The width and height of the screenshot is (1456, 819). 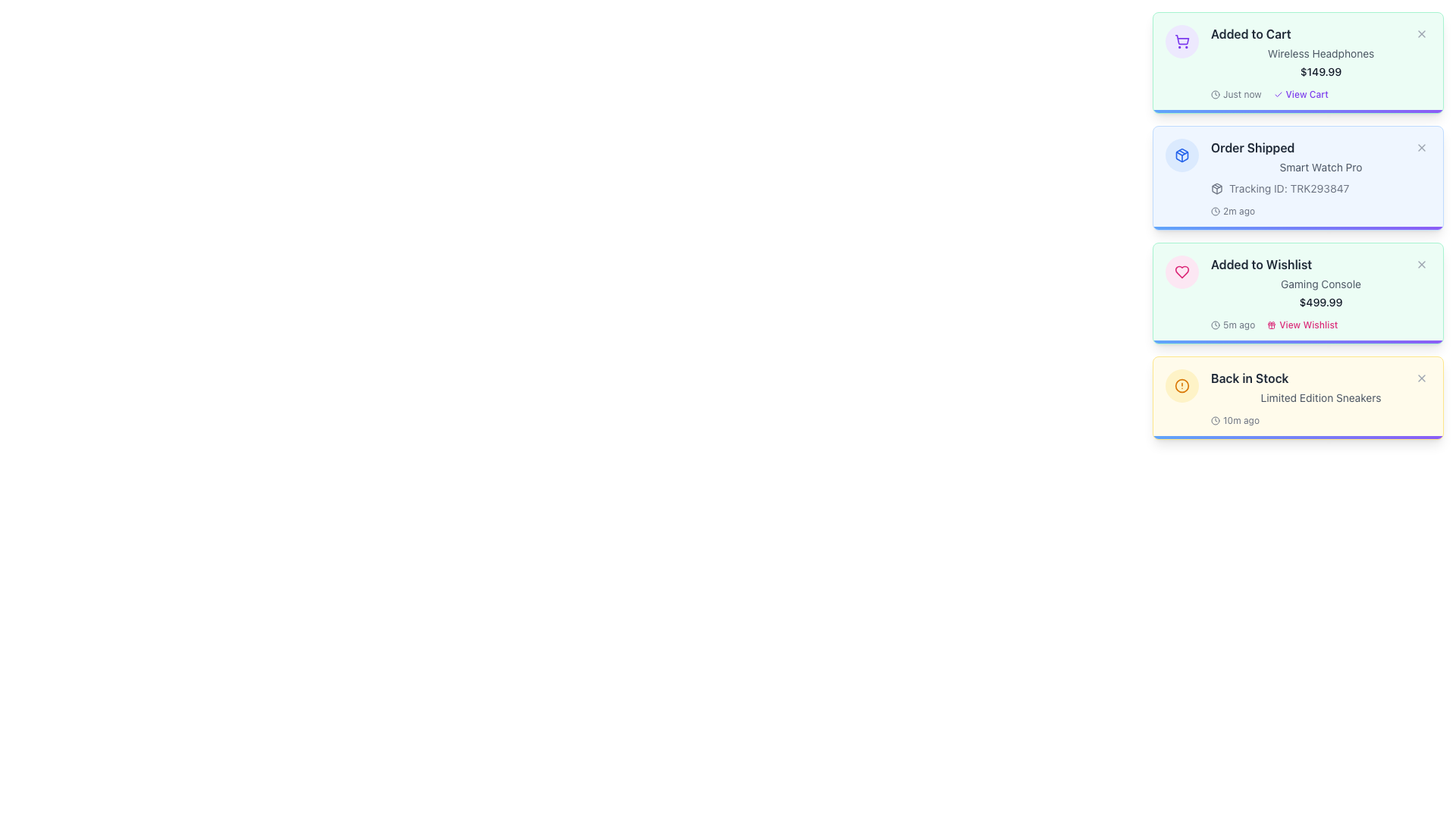 I want to click on the 'Back in Stock' notification with a yellow background and rounded corners for further actions, so click(x=1298, y=397).